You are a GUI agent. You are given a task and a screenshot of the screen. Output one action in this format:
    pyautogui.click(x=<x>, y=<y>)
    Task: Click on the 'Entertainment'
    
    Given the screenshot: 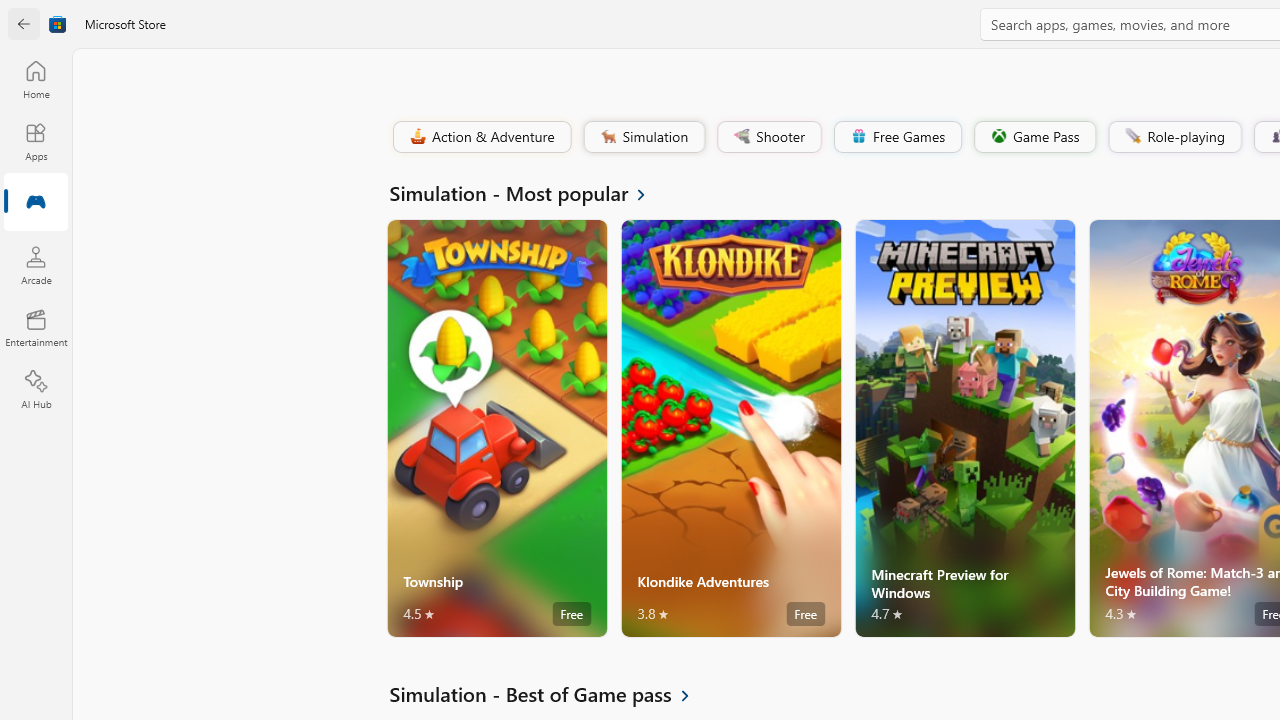 What is the action you would take?
    pyautogui.click(x=35, y=326)
    